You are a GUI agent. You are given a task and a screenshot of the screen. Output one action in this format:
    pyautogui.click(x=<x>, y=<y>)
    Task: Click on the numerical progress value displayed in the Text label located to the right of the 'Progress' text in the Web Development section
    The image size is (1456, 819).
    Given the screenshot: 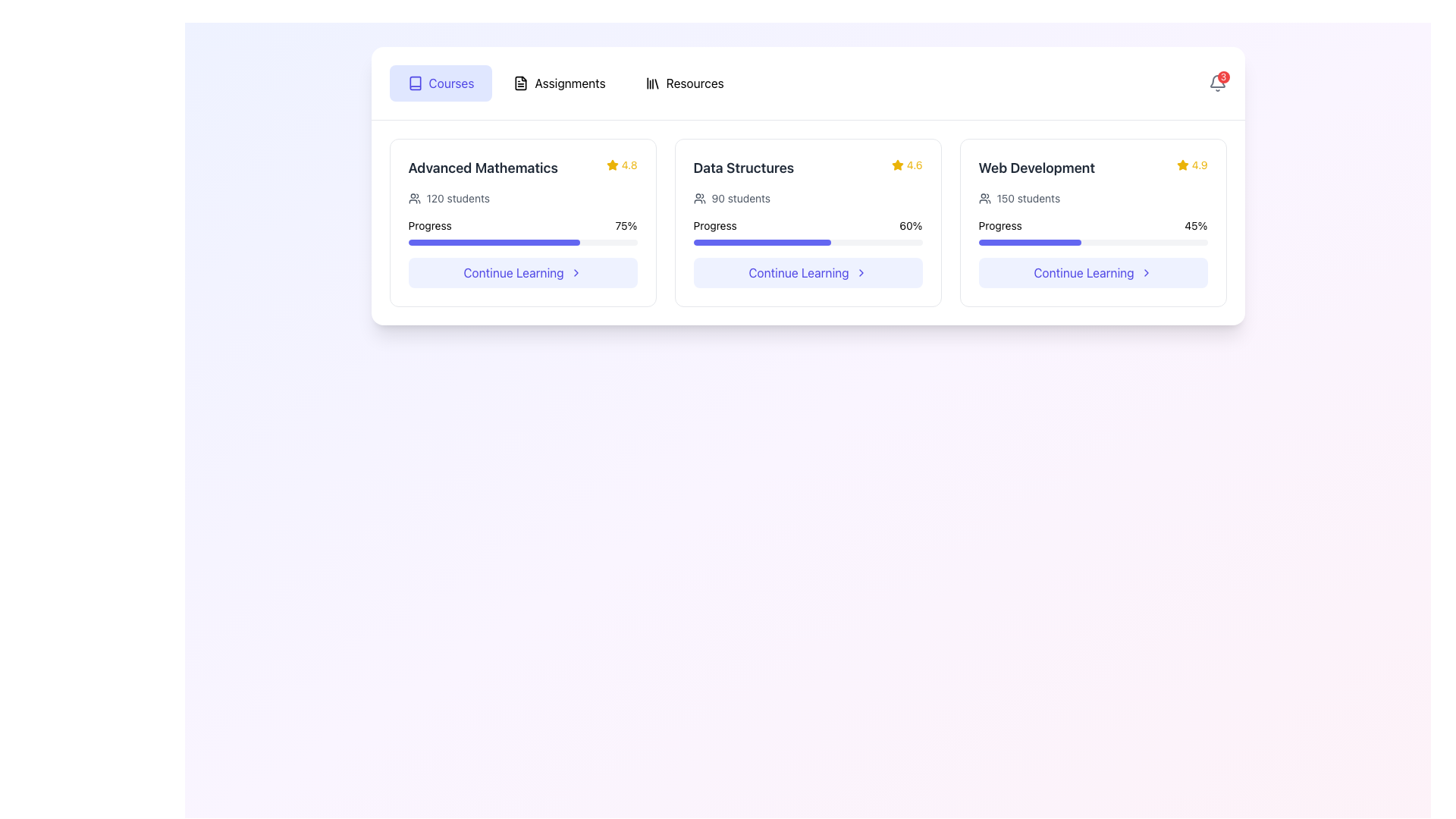 What is the action you would take?
    pyautogui.click(x=1195, y=225)
    